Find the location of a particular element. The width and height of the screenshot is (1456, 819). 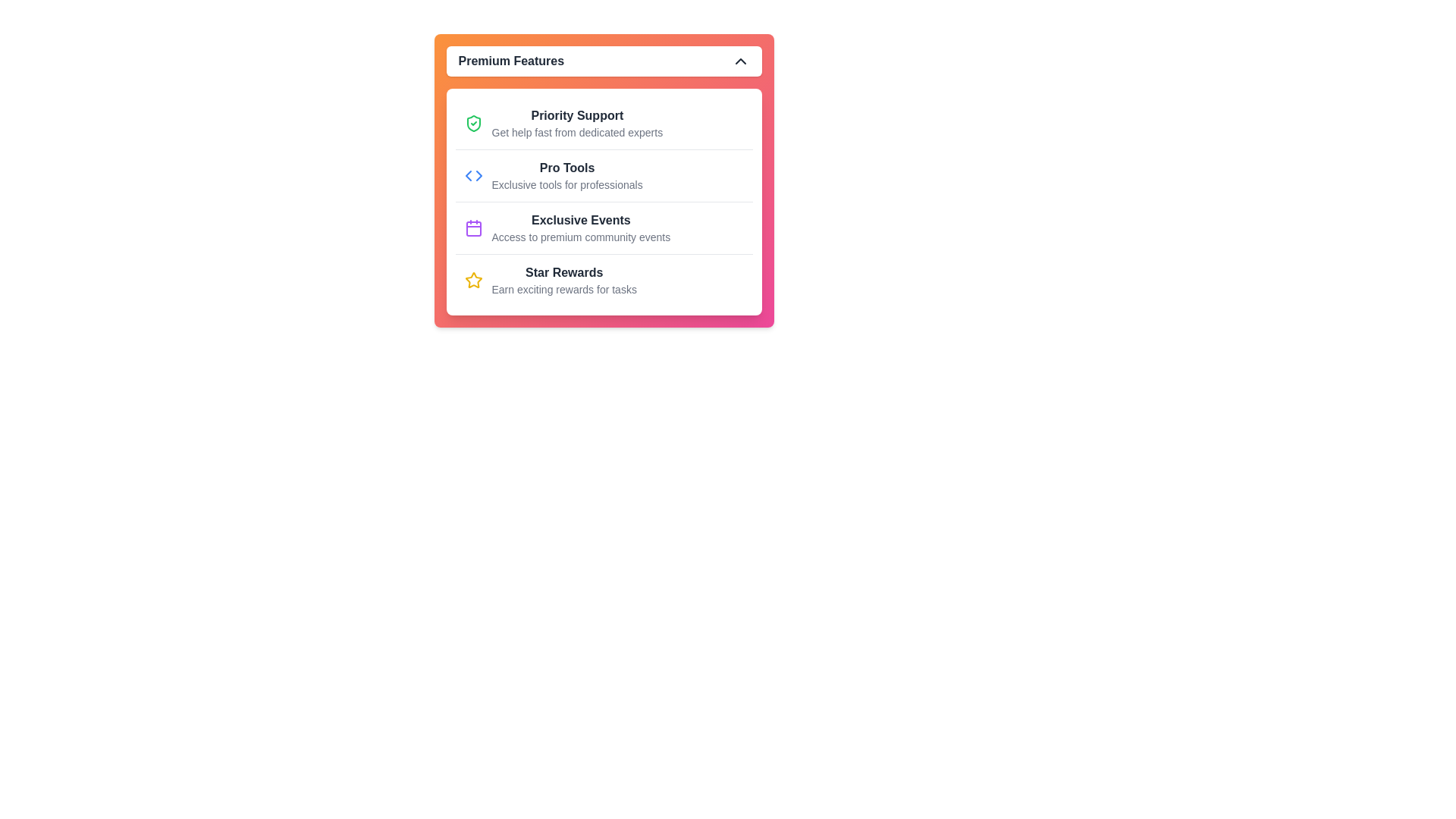

the star icon representing the 'Star Rewards' feature is located at coordinates (472, 280).